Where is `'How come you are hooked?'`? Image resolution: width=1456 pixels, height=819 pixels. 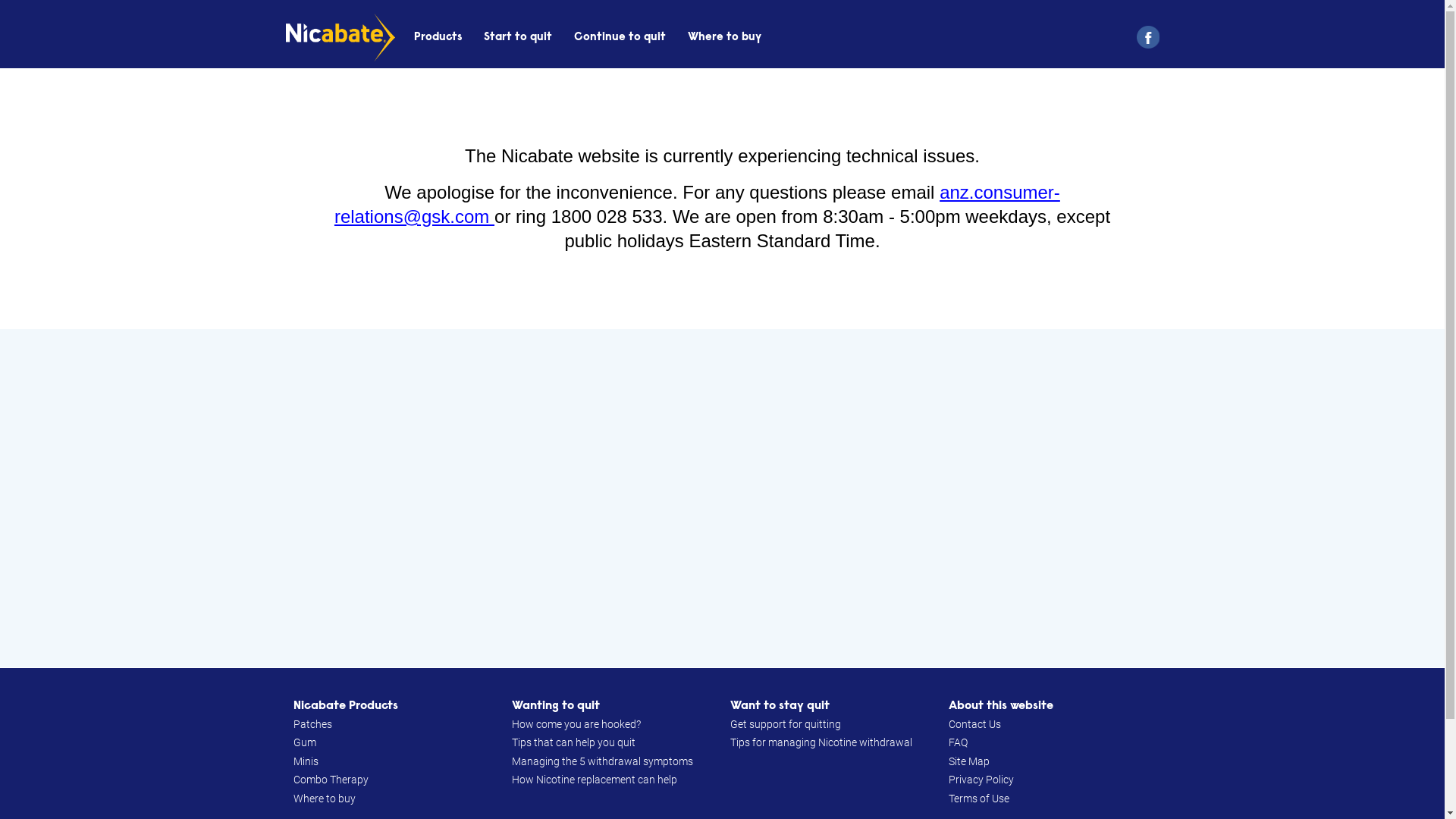 'How come you are hooked?' is located at coordinates (574, 723).